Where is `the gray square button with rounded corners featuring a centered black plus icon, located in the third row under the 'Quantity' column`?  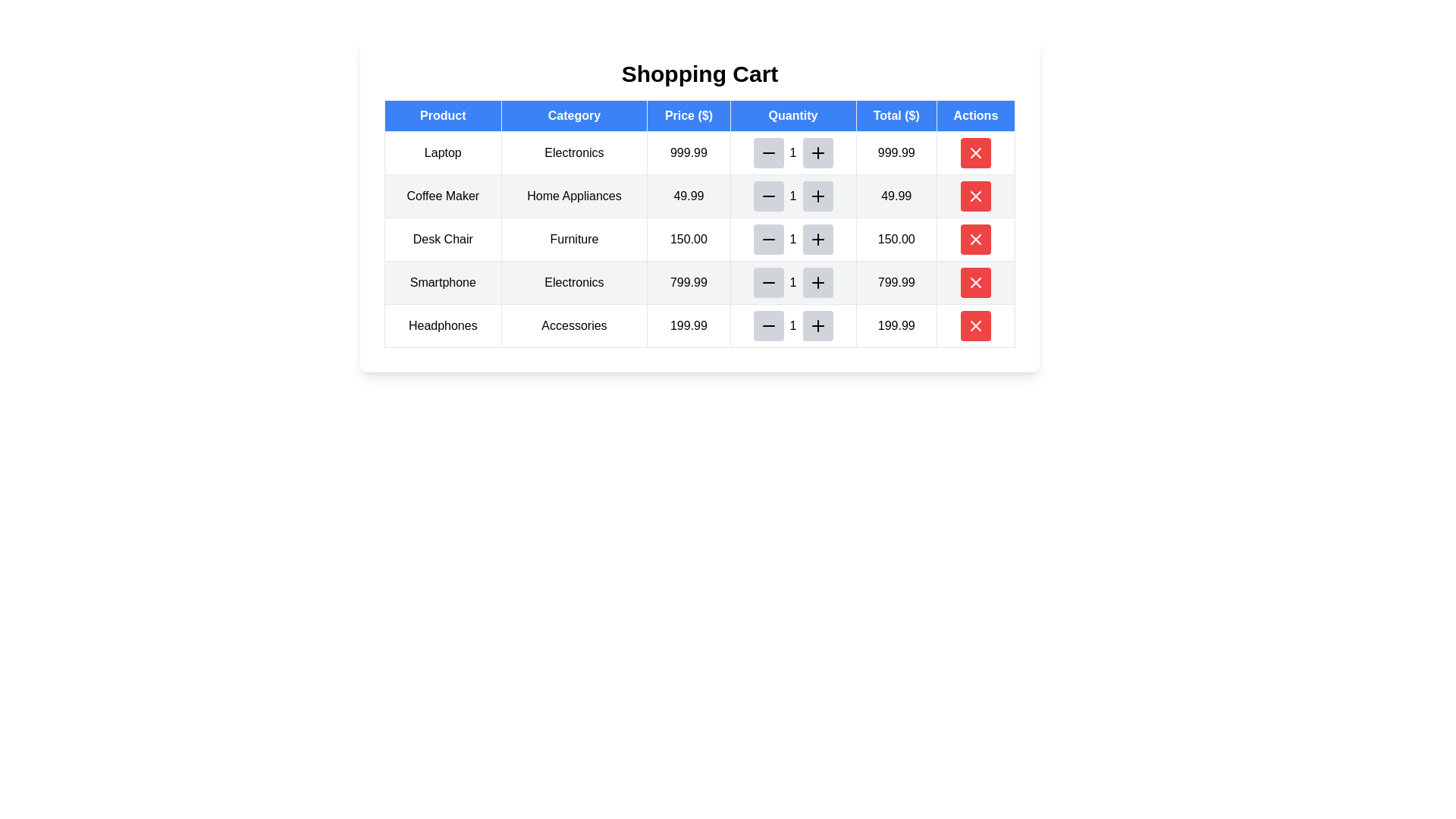 the gray square button with rounded corners featuring a centered black plus icon, located in the third row under the 'Quantity' column is located at coordinates (817, 239).